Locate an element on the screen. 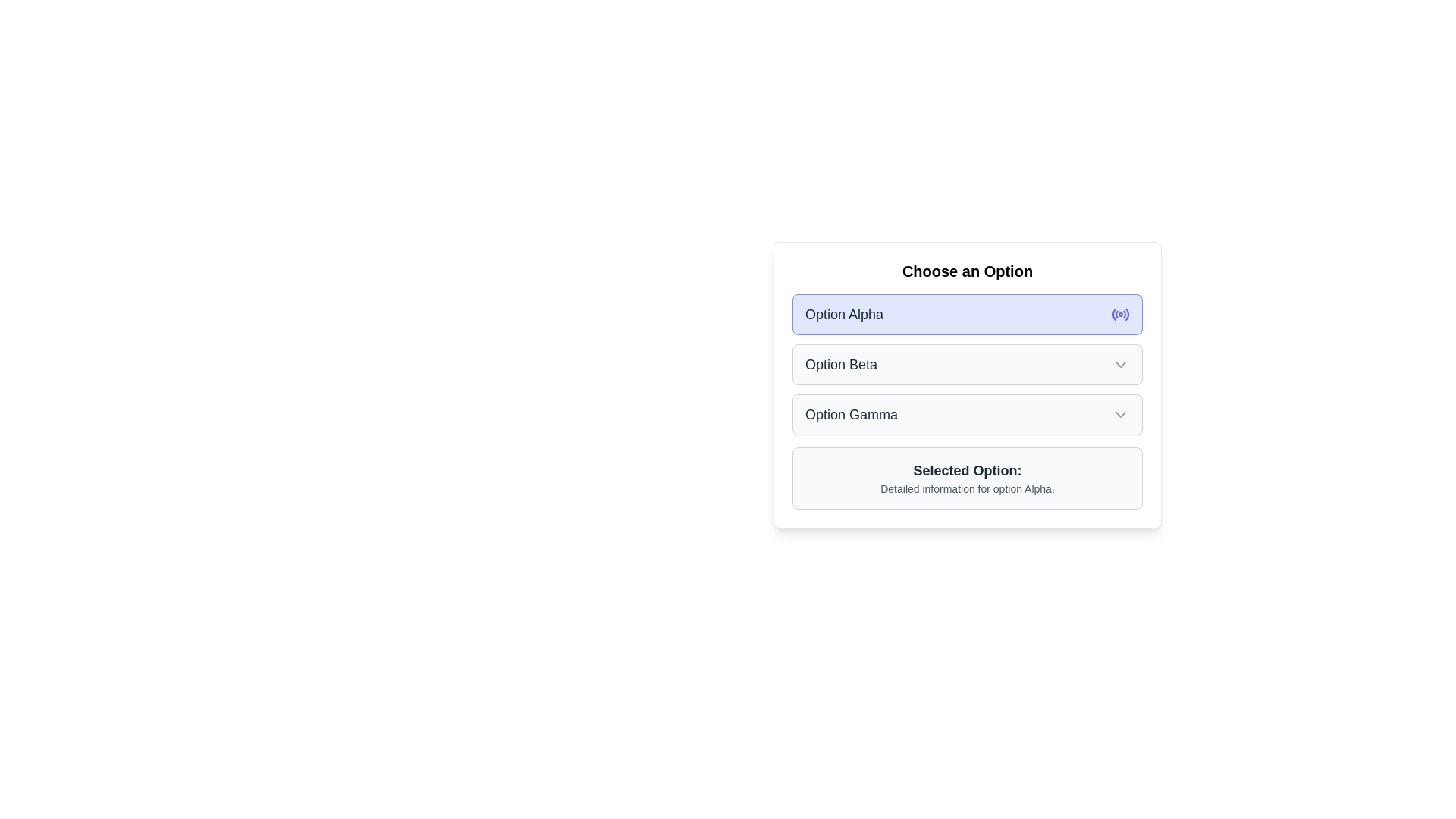 The width and height of the screenshot is (1456, 819). the bold text label containing the phrase 'Selected Option:' with a dark font color, positioned above the descriptive text 'Detailed information for option Alpha.' is located at coordinates (967, 470).